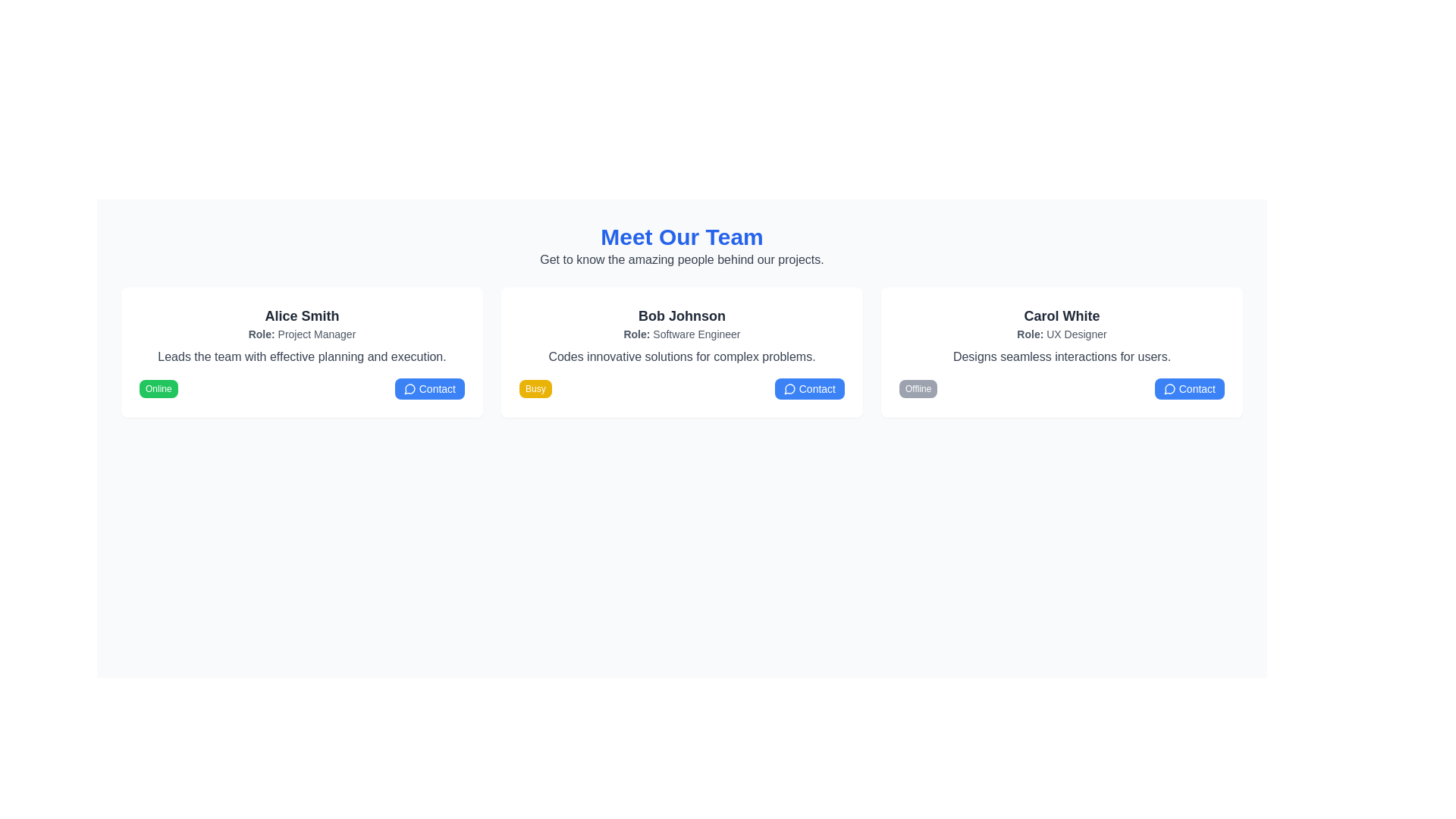  I want to click on the speech bubble icon within the 'Contact' button, which is the third button in the horizontal group below the 'Carol White' card, so click(1169, 388).